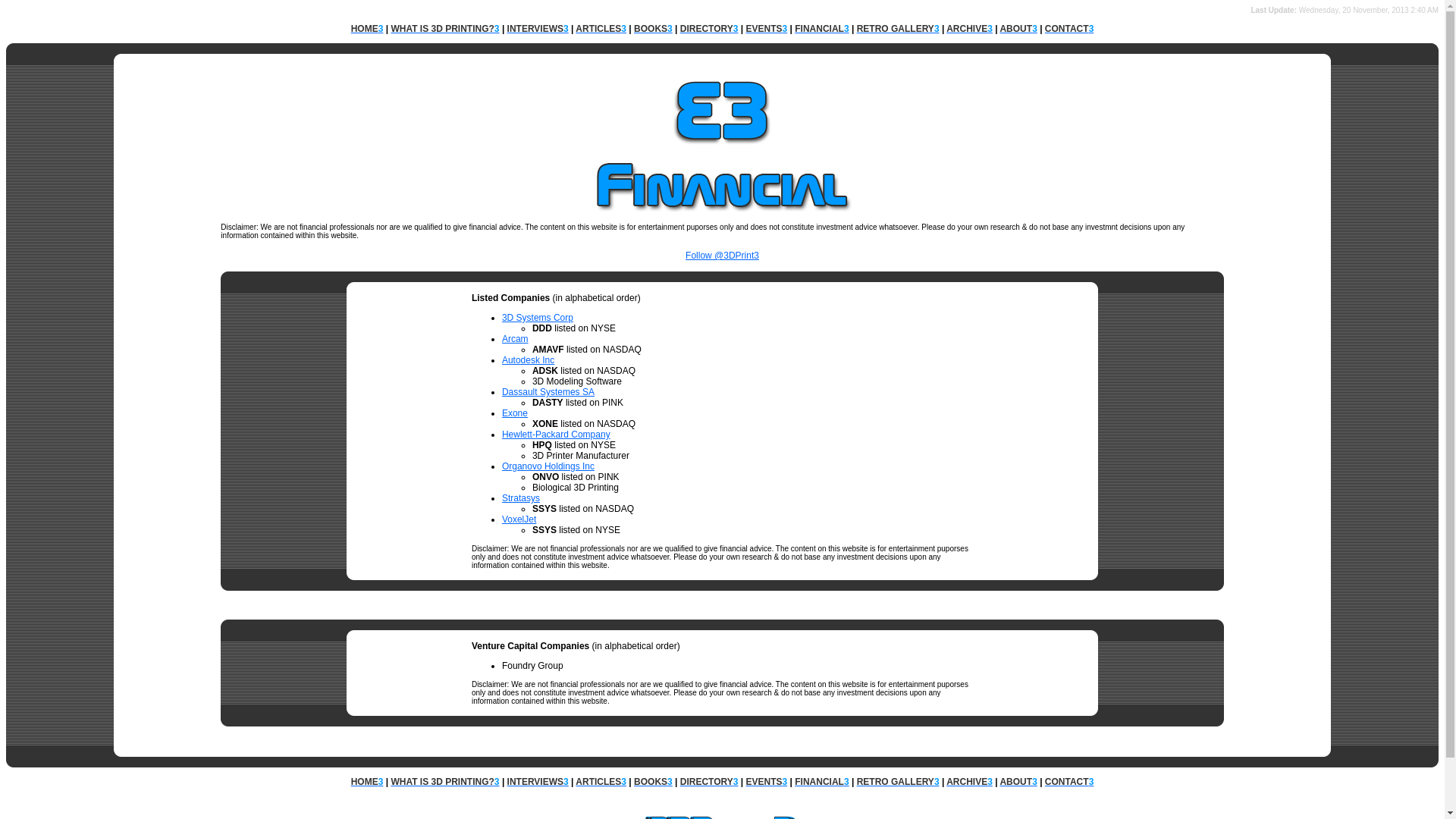  What do you see at coordinates (821, 29) in the screenshot?
I see `'FINANCIAL3'` at bounding box center [821, 29].